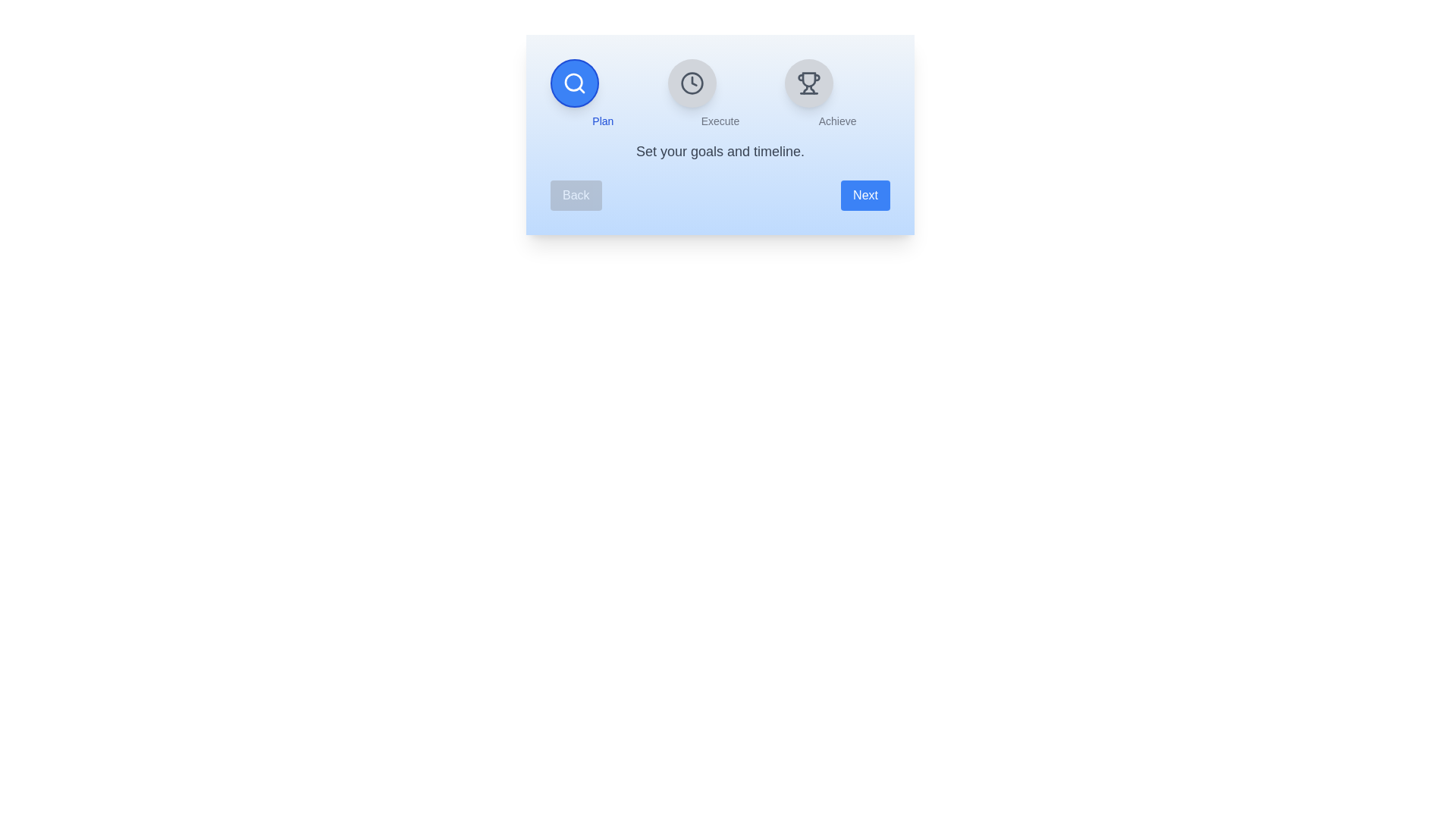  I want to click on the Back button to navigate between steps, so click(575, 195).